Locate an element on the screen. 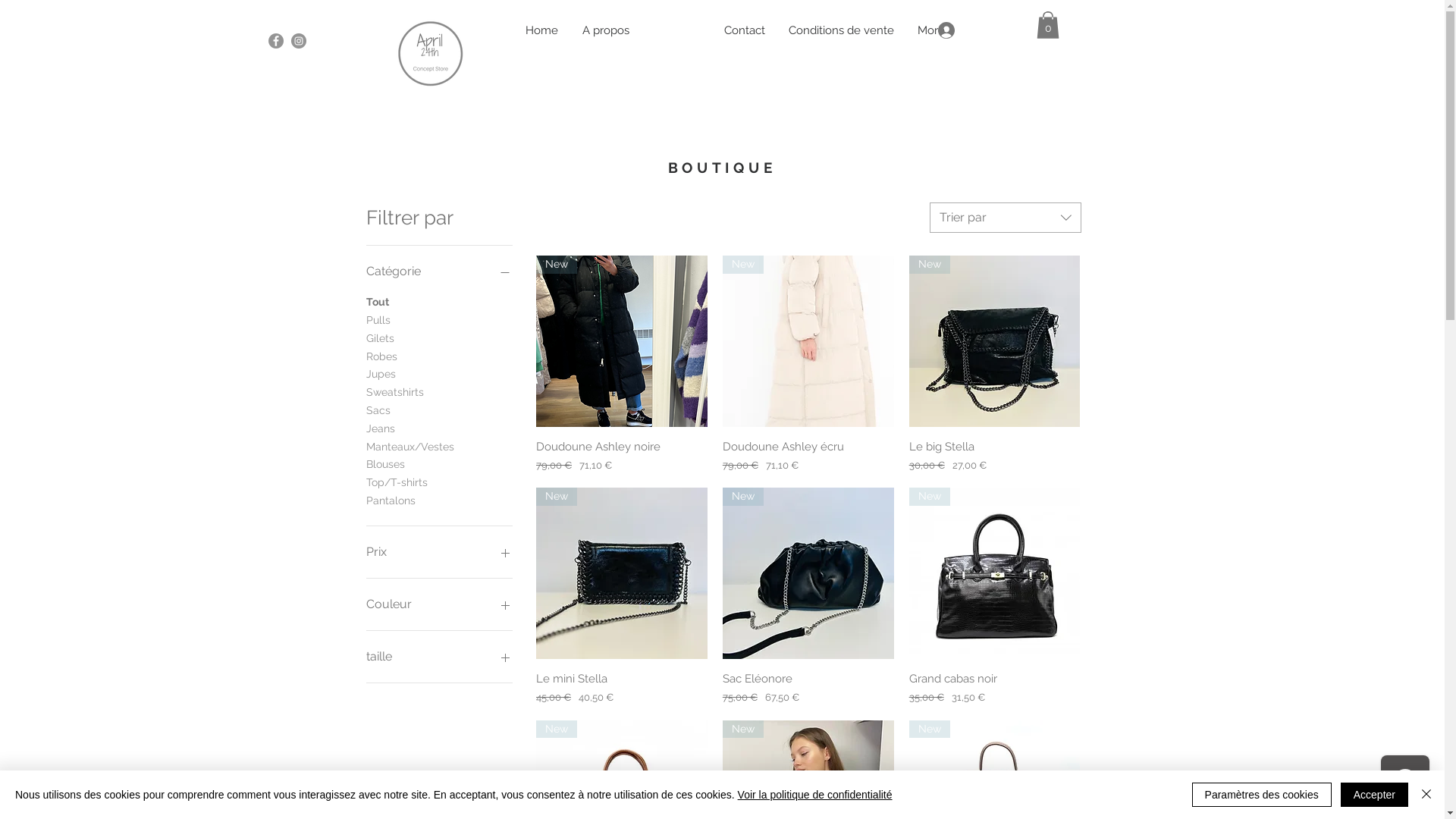  'A propos' is located at coordinates (570, 30).